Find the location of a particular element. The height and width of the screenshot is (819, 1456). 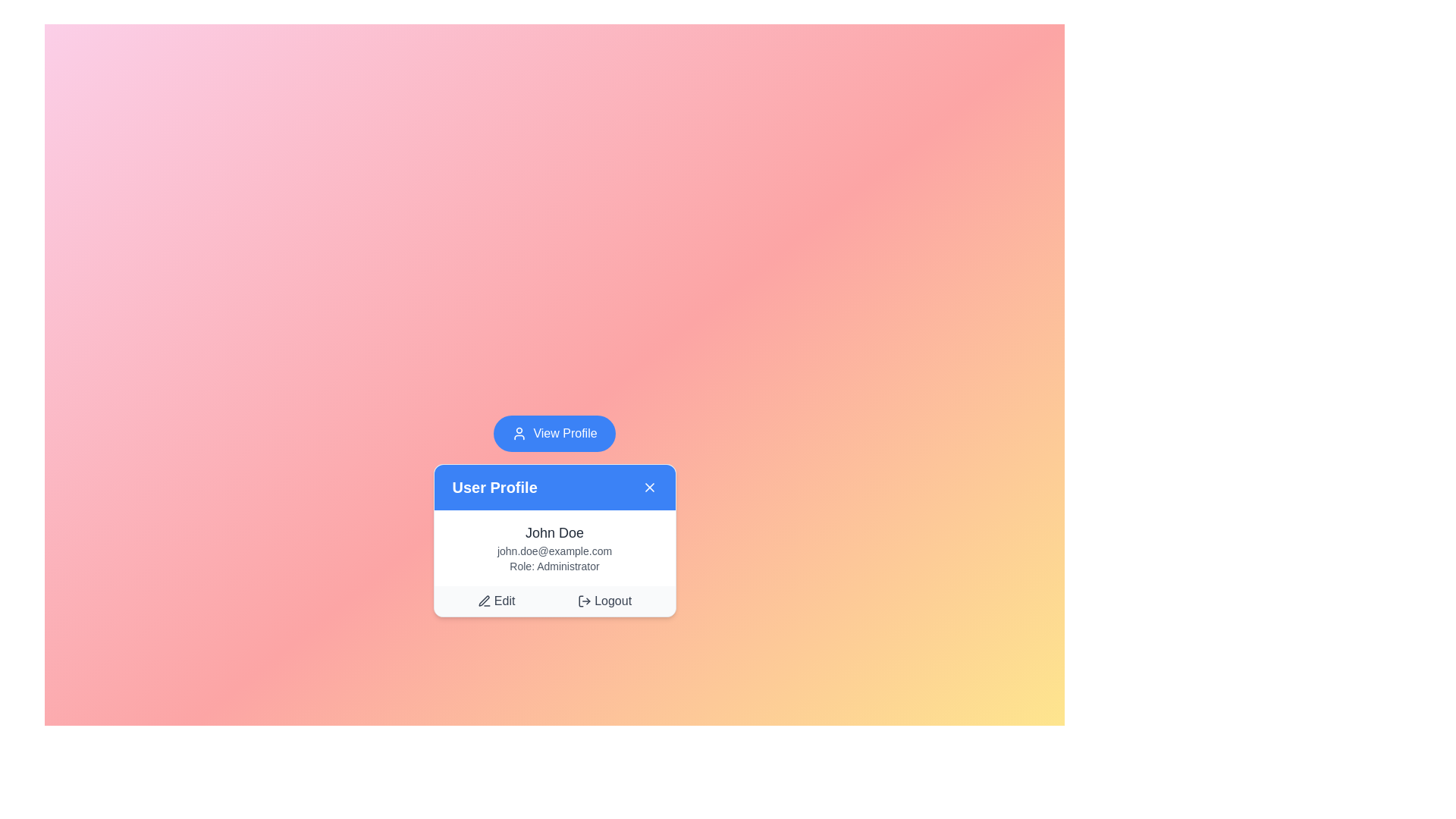

the text block displaying the user's profile information located in the 'User Profile' pop-up card, positioned below the blue header and above the 'Edit' and 'Logout' buttons is located at coordinates (554, 548).